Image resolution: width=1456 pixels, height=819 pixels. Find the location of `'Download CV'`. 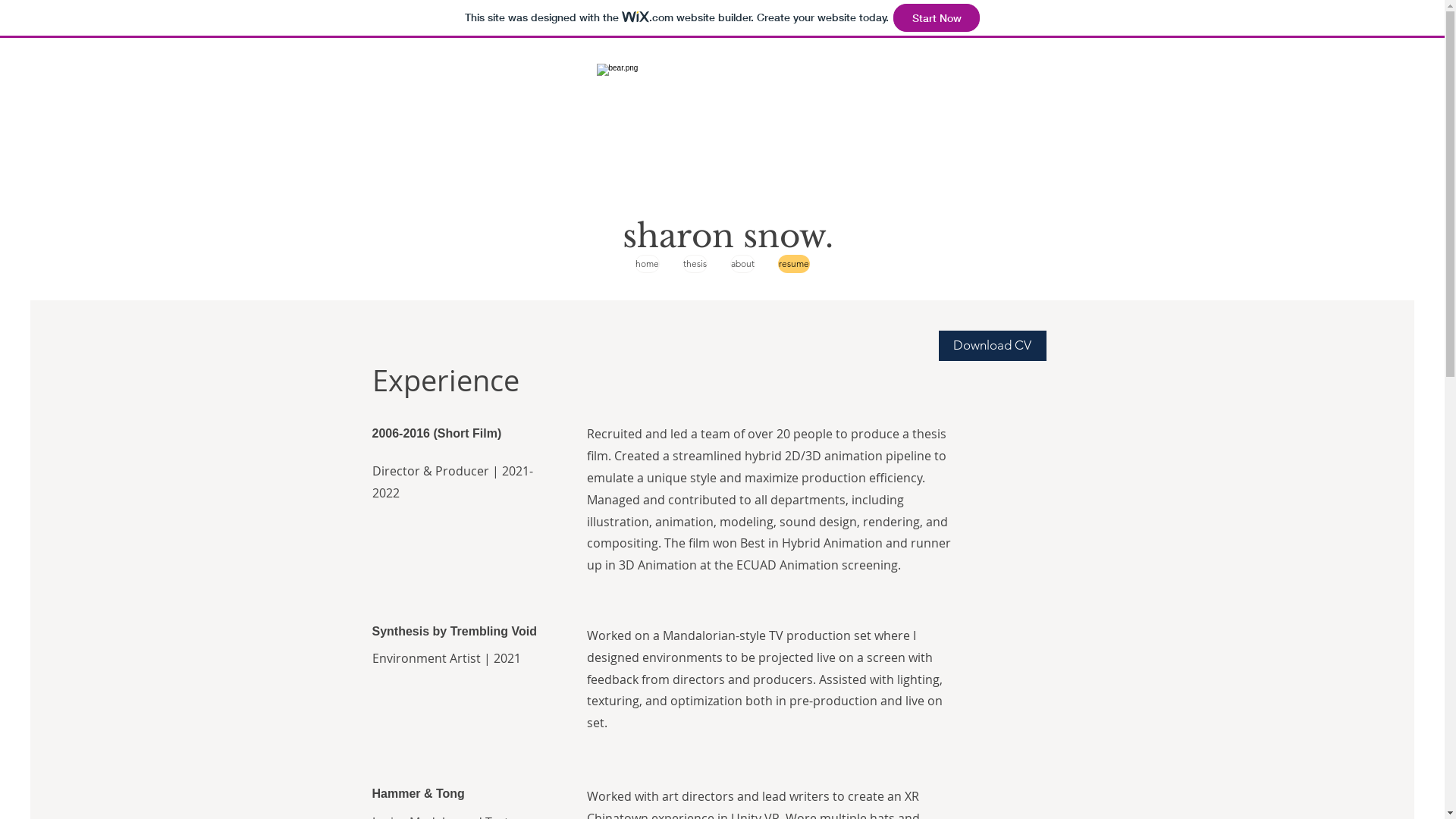

'Download CV' is located at coordinates (993, 345).